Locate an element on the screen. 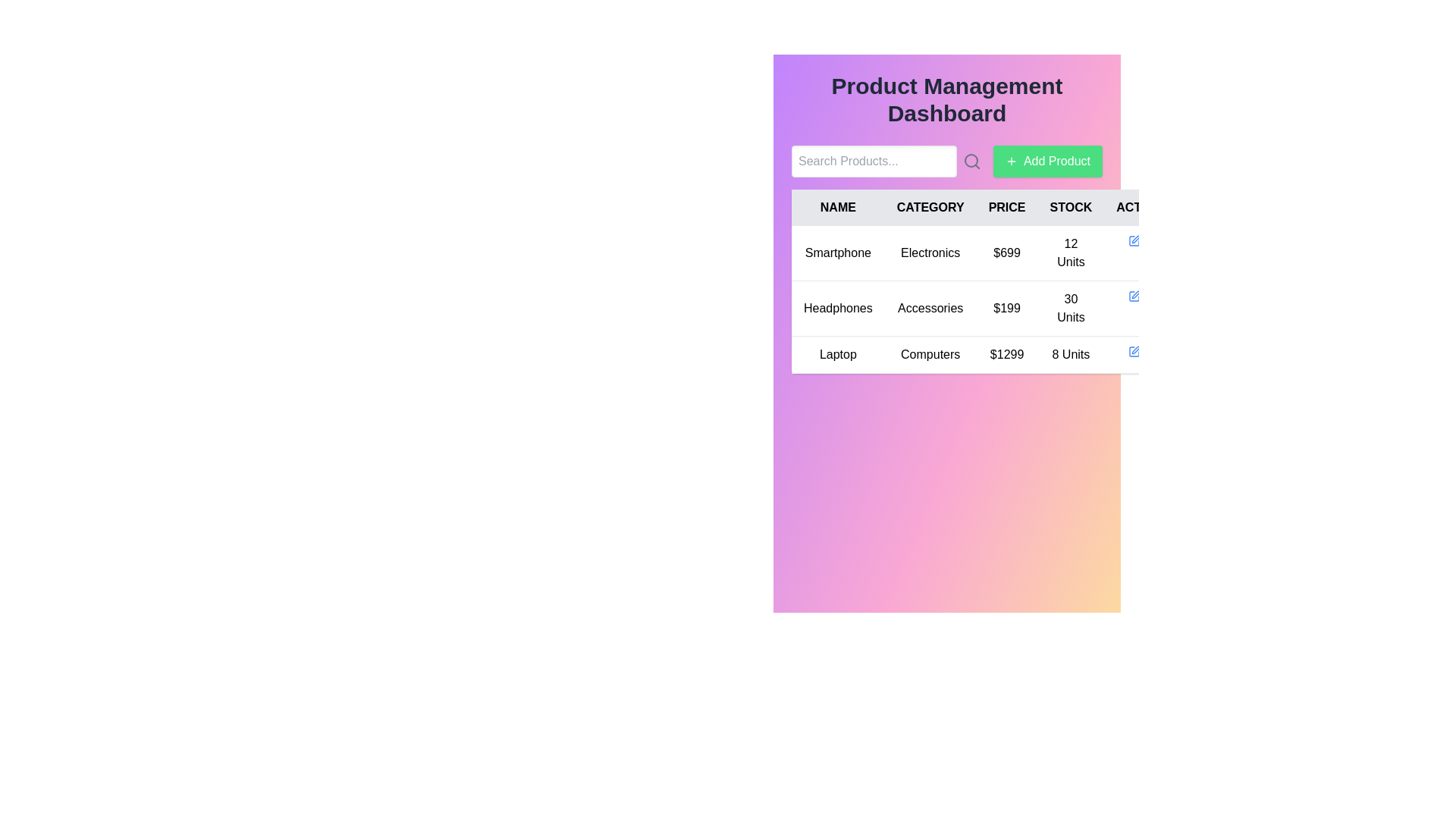  the interactive icon in the first row under the 'ACTION' column of the table is located at coordinates (1134, 240).